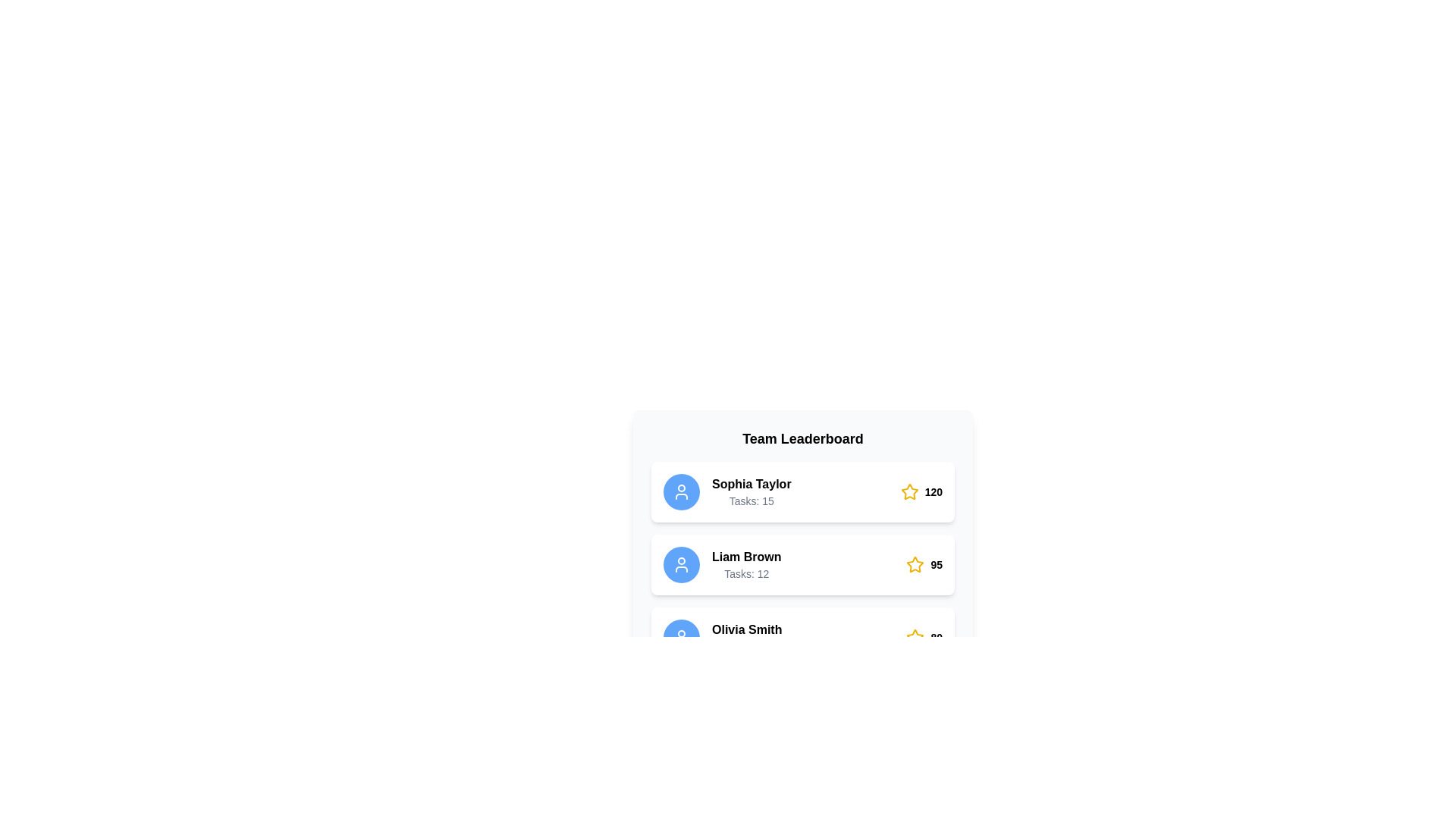 Image resolution: width=1456 pixels, height=819 pixels. What do you see at coordinates (752, 485) in the screenshot?
I see `the text label UI element displaying 'Sophia Taylor', which is located at the top of the first leaderboard entry in the Team Leaderboard section` at bounding box center [752, 485].